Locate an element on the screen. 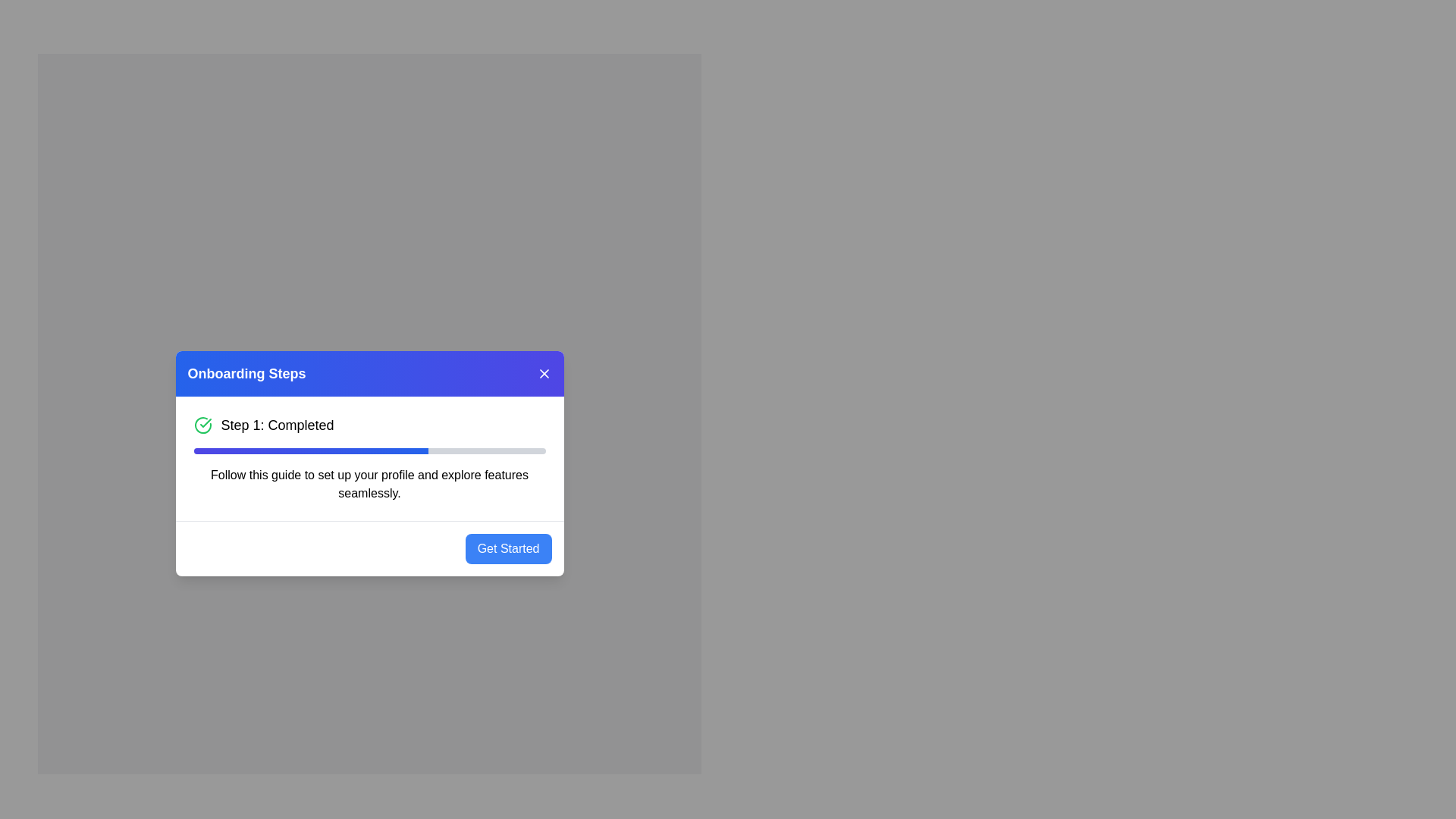 This screenshot has height=819, width=1456. the state of the Progress bar indicator, which visually indicates the completion progress within the onboarding steps, located below 'Step 1: Completed' is located at coordinates (310, 450).